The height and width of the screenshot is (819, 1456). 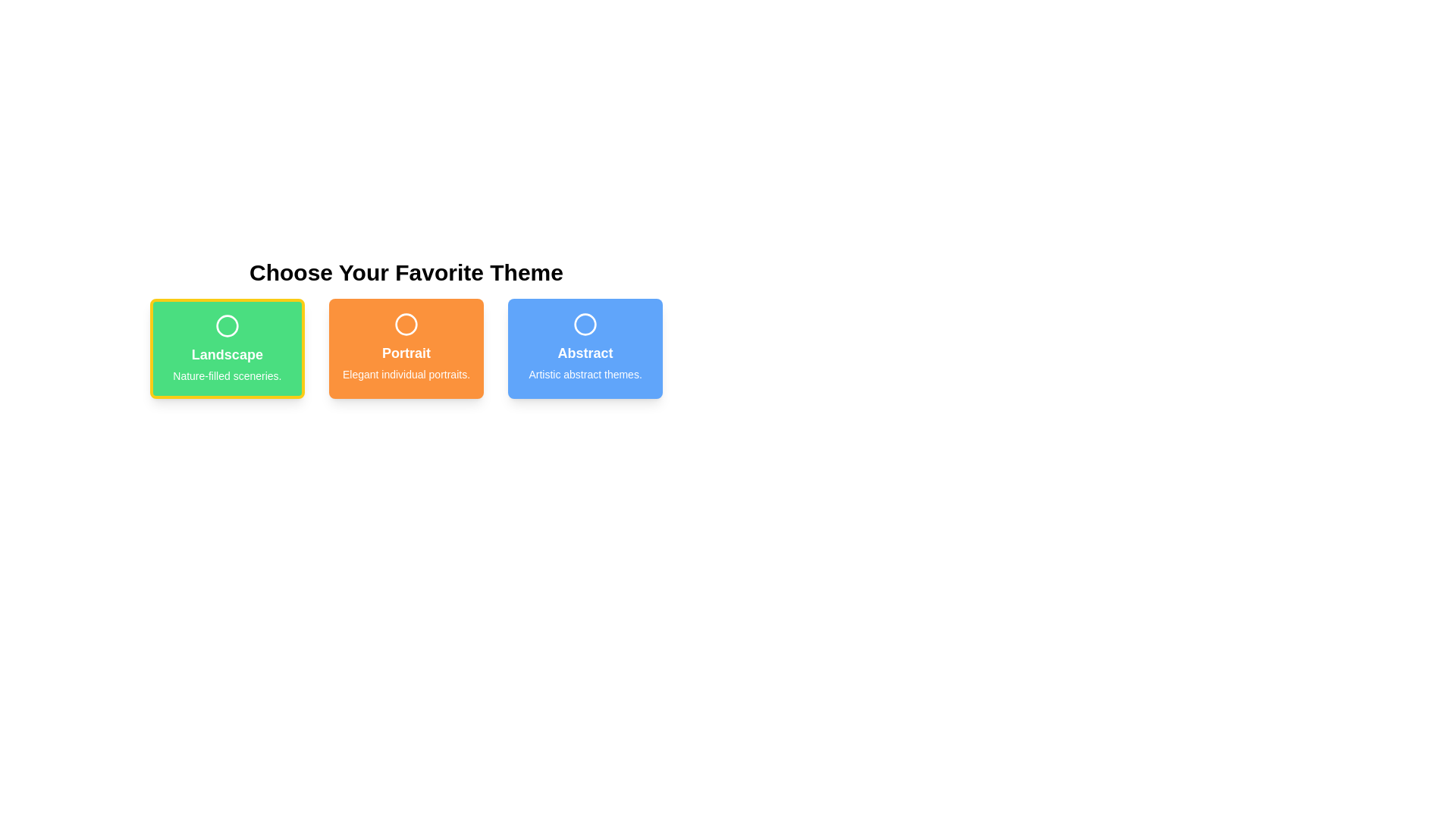 What do you see at coordinates (406, 348) in the screenshot?
I see `the 'Portrait' theme card, which is the second card in the 'Choose Your Favorite Theme' section` at bounding box center [406, 348].